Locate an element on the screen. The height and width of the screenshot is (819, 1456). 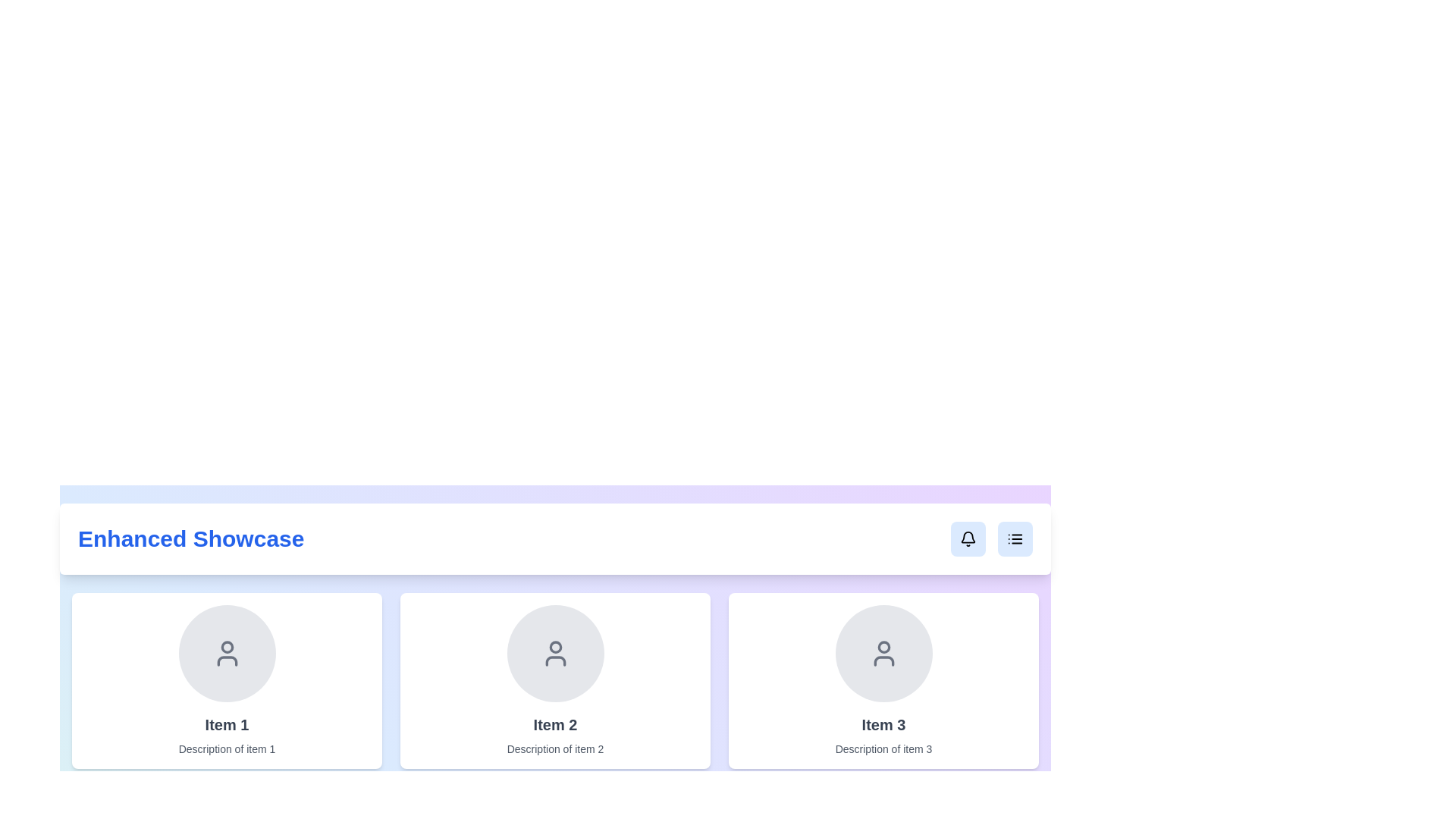
the light blue button with a bell icon located at the top-right corner of the interface is located at coordinates (967, 538).